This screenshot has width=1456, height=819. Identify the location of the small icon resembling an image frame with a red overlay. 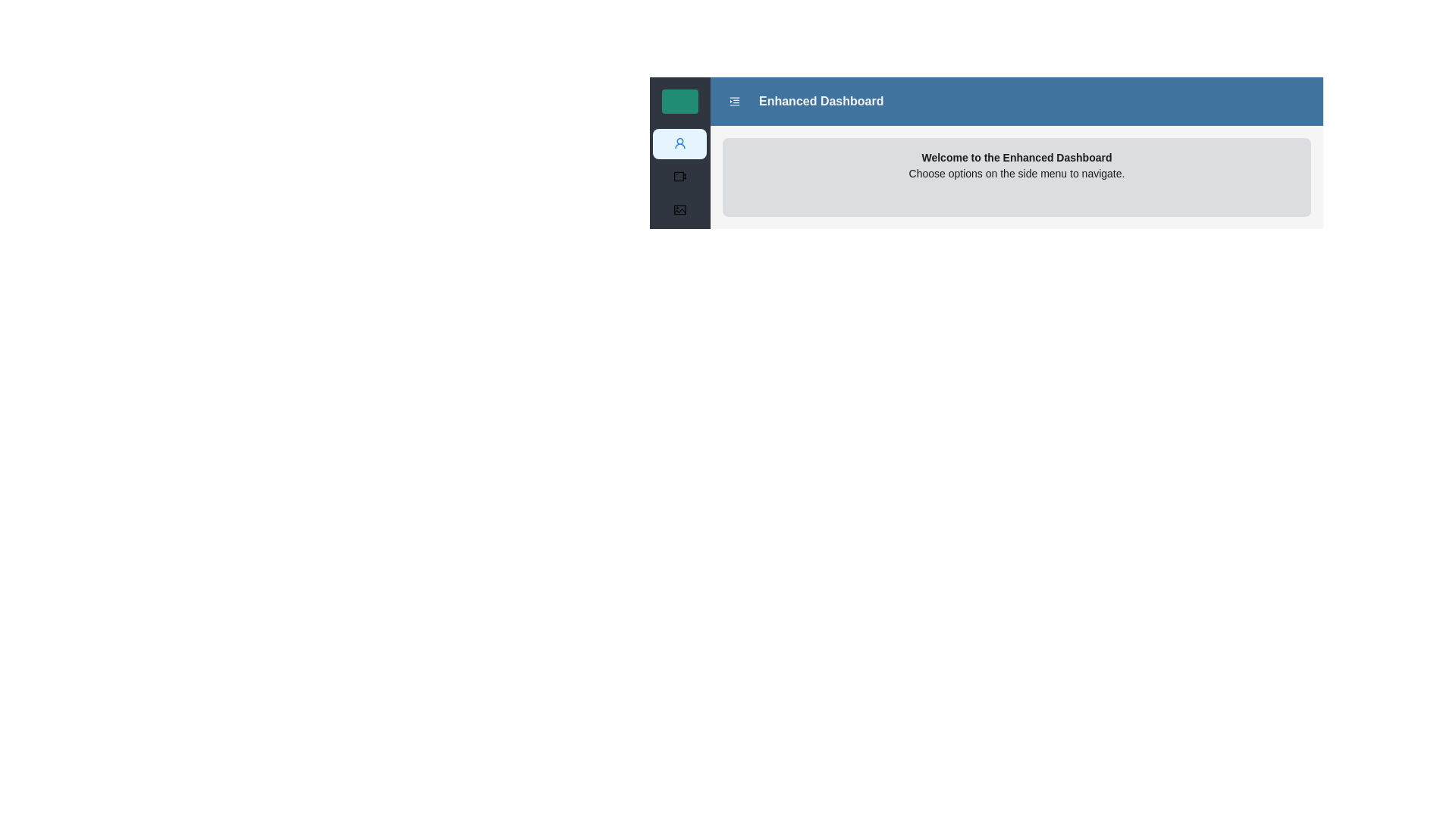
(679, 210).